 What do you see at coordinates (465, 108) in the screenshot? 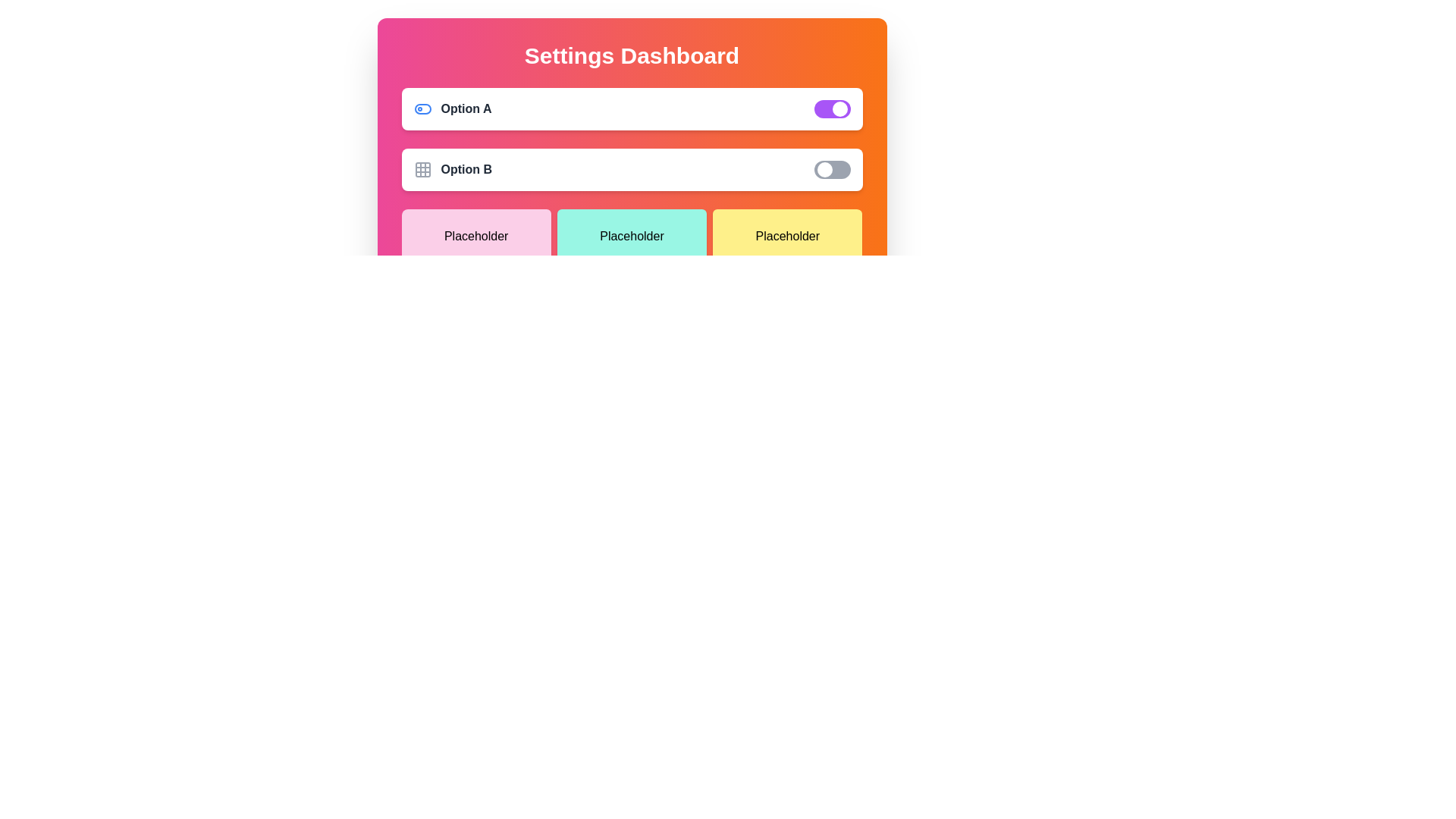
I see `the text label 'Option A' which is styled in bold dark gray and is part of a toggle row, located to the right of a blue toggle icon` at bounding box center [465, 108].